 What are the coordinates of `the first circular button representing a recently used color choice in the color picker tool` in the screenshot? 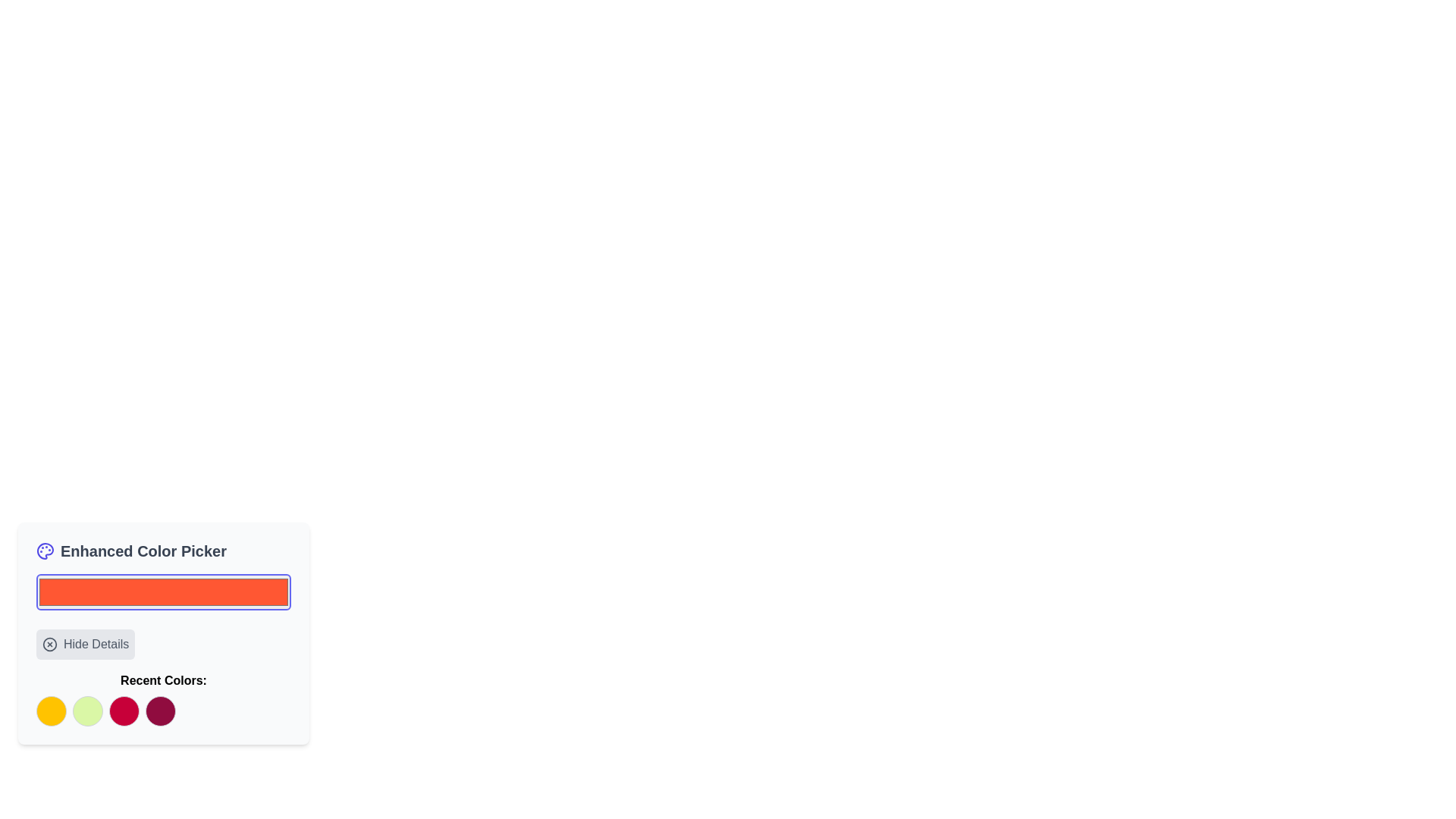 It's located at (51, 711).